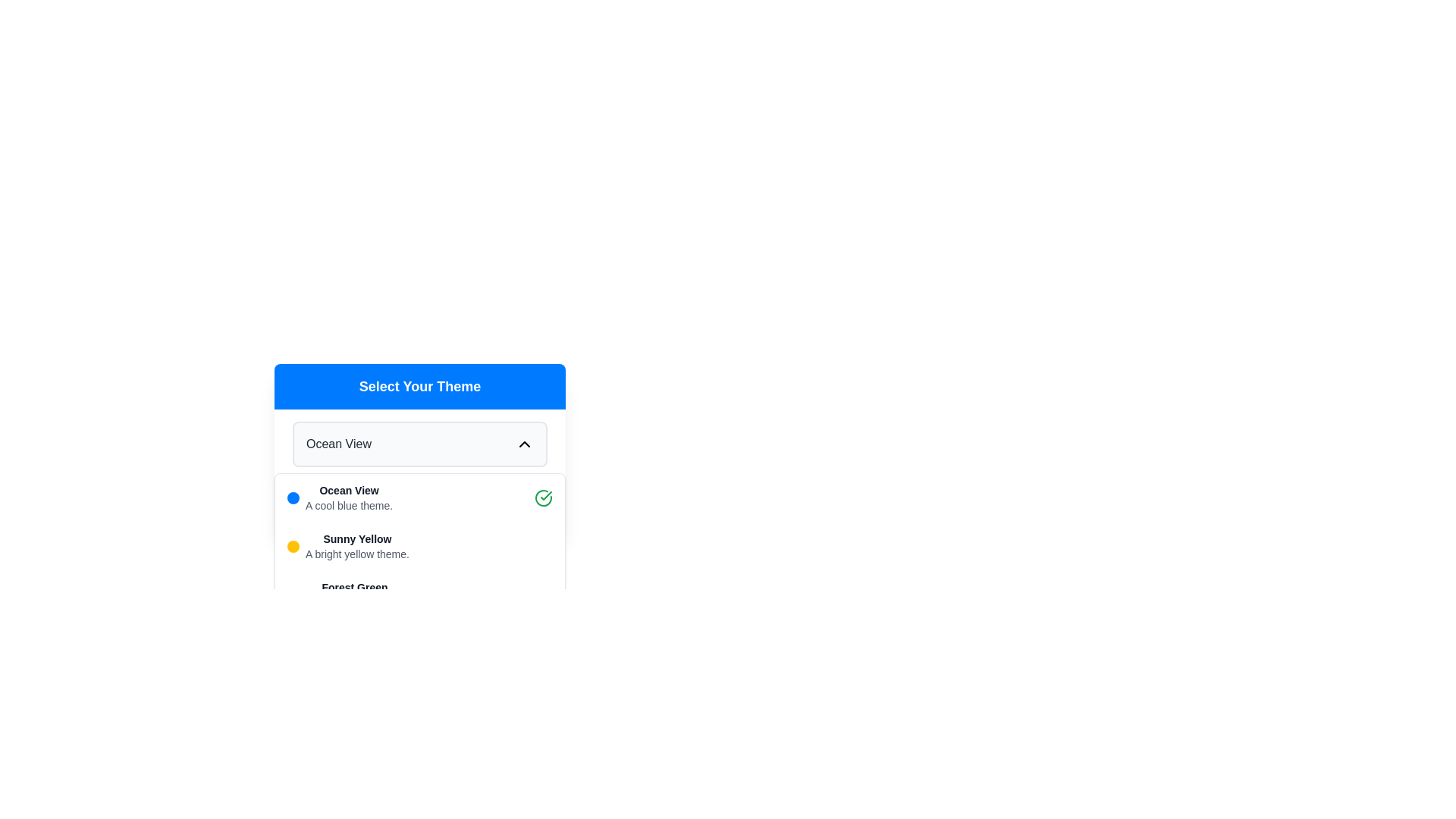 Image resolution: width=1456 pixels, height=819 pixels. I want to click on the third list item in the dropdown menu that has bold text 'Forest Green' with a description 'A fresh green theme.' and a small green circular icon to the left, so click(345, 595).